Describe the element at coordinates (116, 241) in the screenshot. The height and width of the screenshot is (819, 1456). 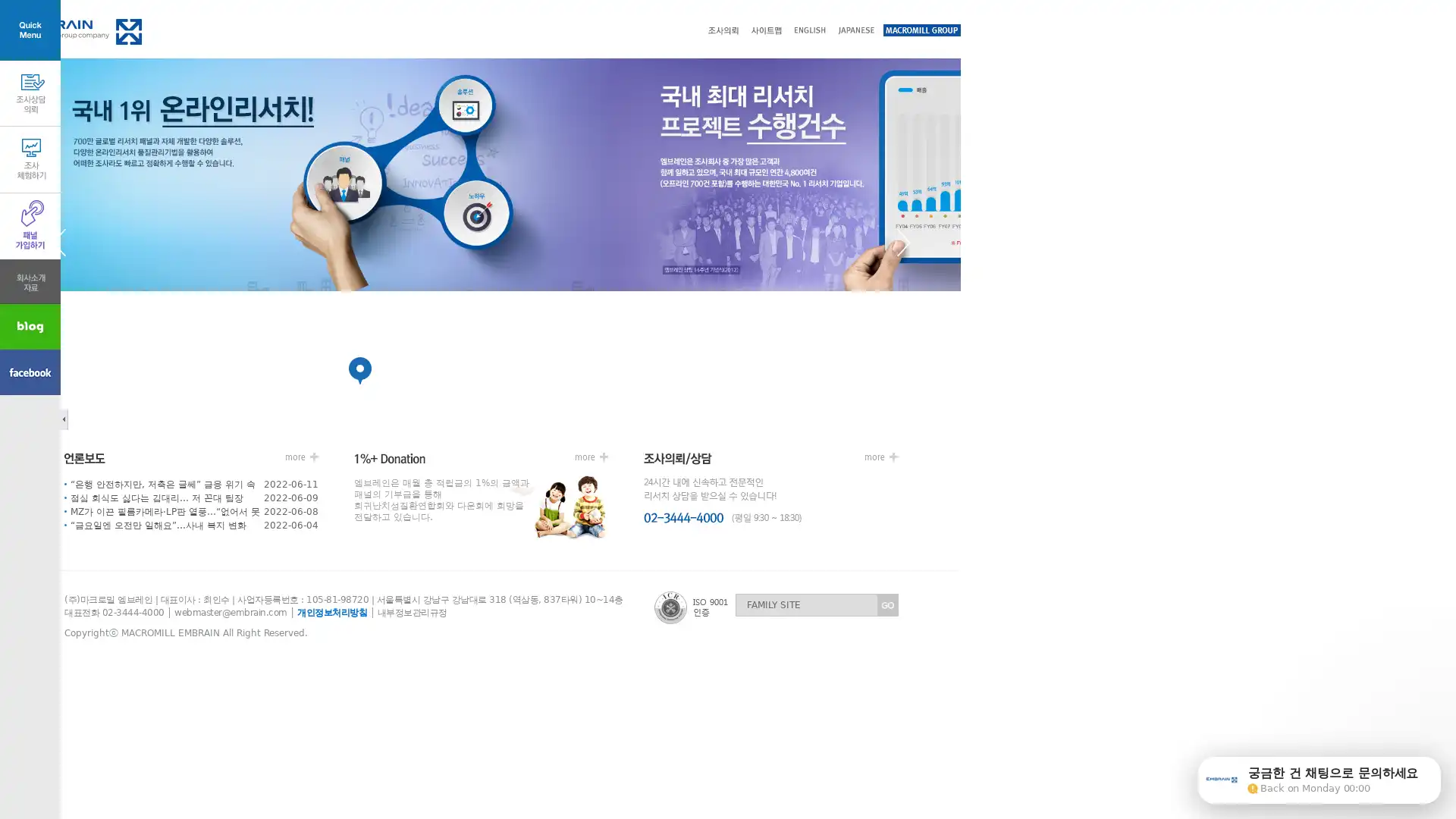
I see `Previous` at that location.